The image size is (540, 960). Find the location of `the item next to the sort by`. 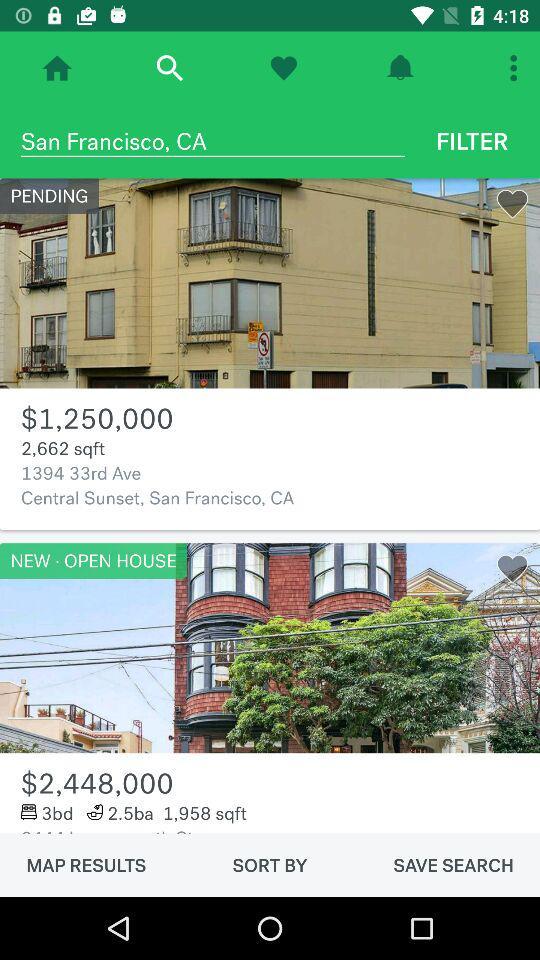

the item next to the sort by is located at coordinates (85, 864).